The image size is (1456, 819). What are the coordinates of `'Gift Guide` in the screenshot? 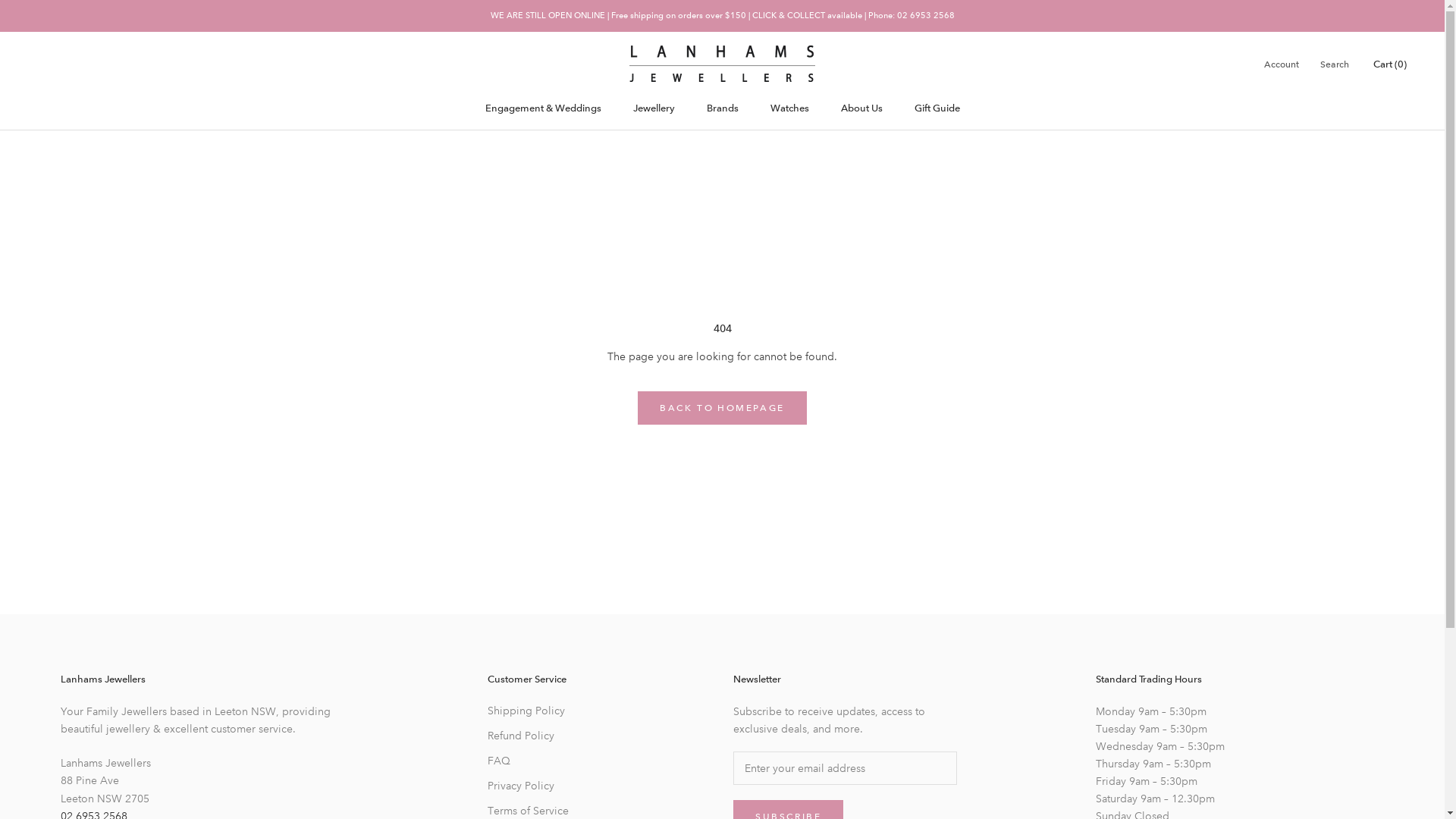 It's located at (937, 107).